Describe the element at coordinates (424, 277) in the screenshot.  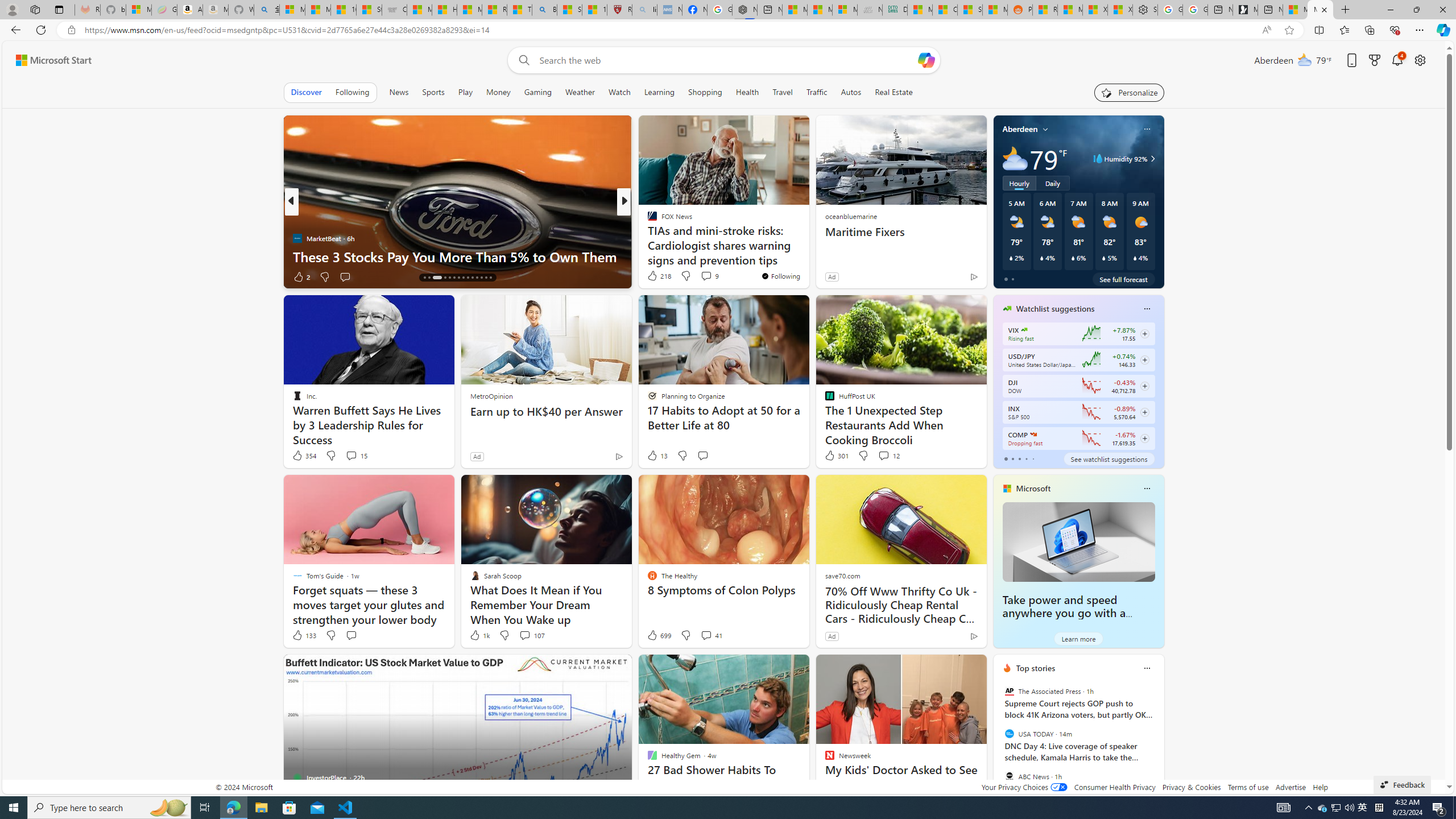
I see `'AutomationID: tab-15'` at that location.